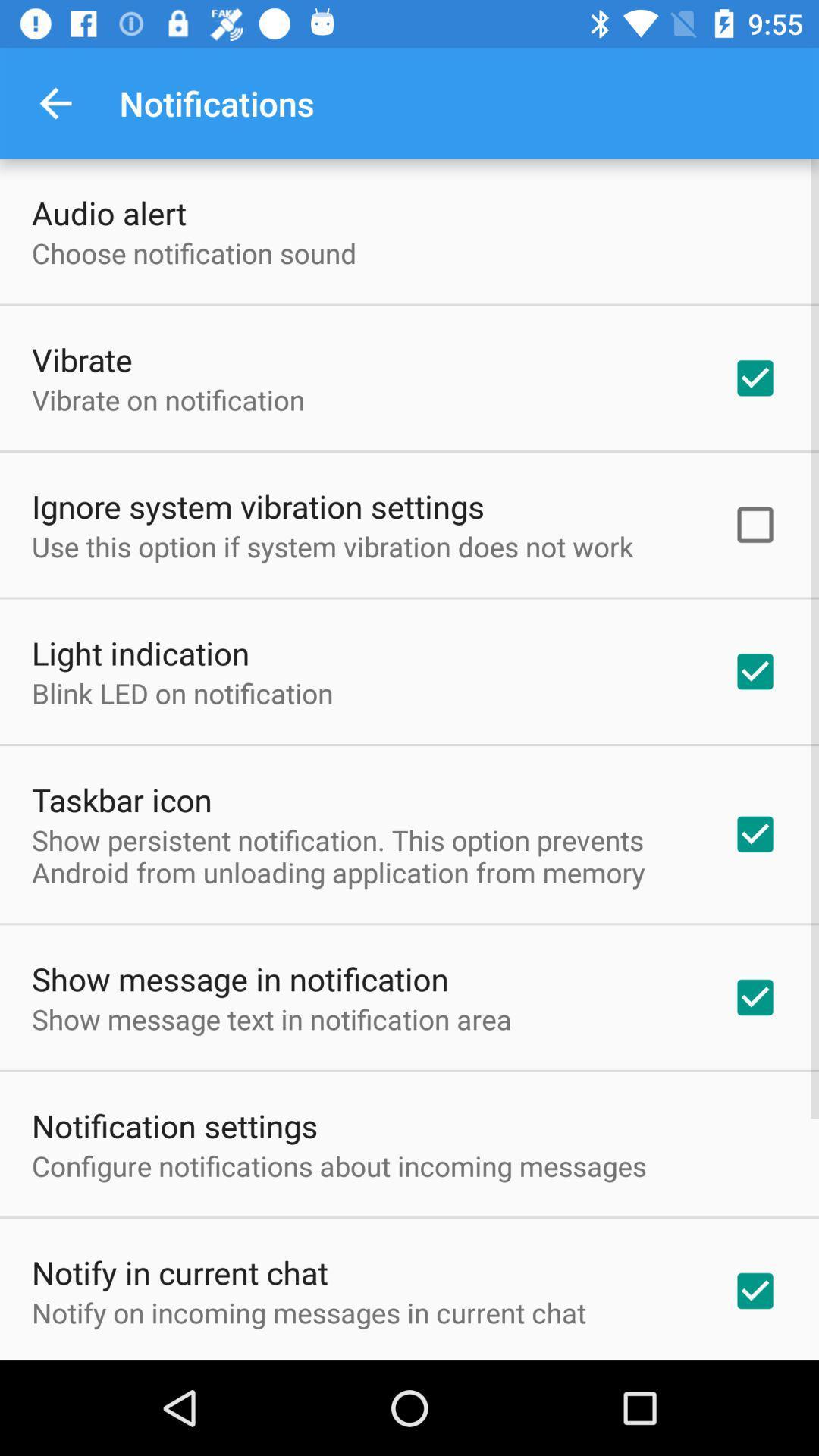 This screenshot has width=819, height=1456. Describe the element at coordinates (140, 652) in the screenshot. I see `the icon above blink led on icon` at that location.